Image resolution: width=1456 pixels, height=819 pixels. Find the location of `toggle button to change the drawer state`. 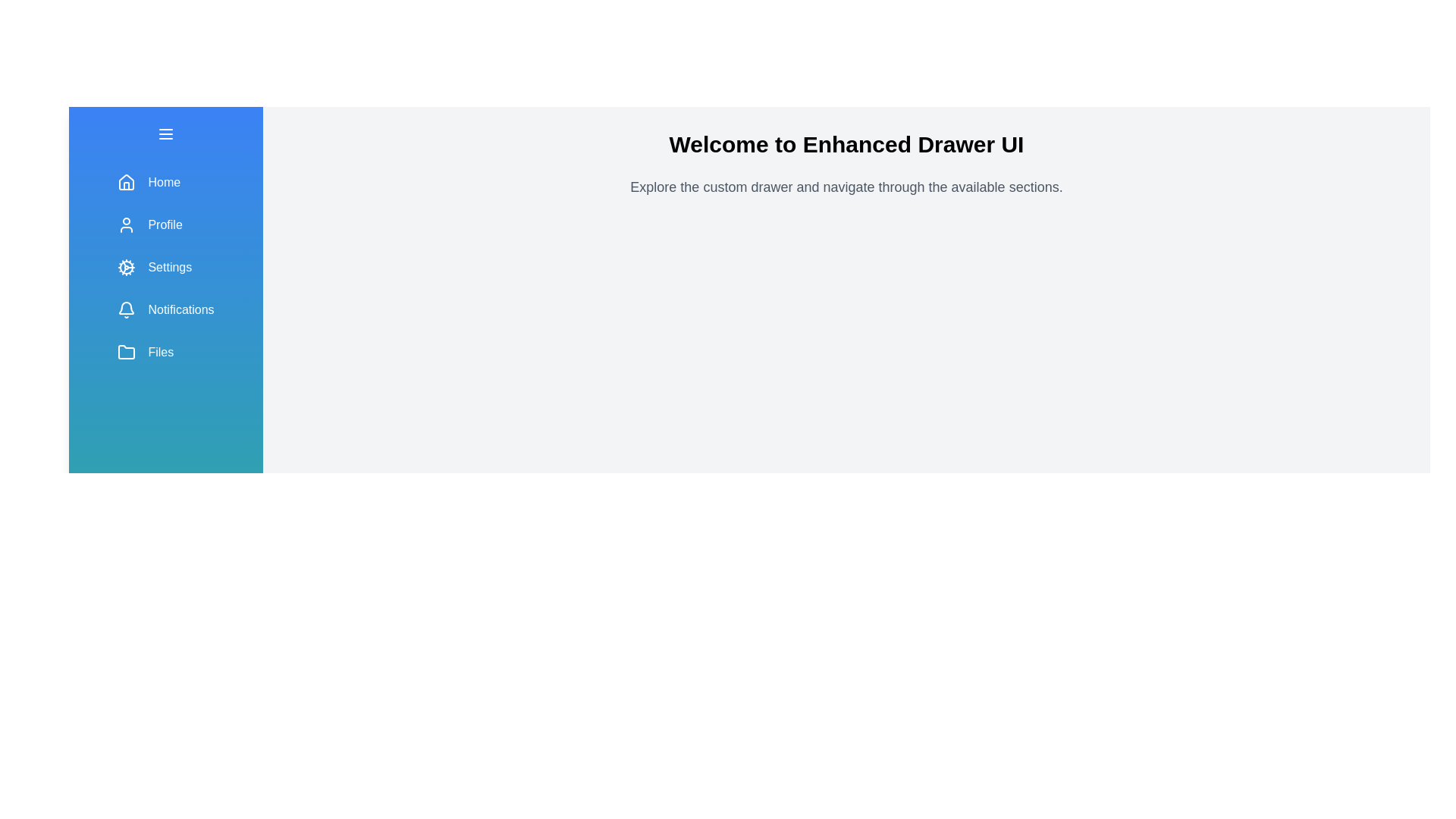

toggle button to change the drawer state is located at coordinates (166, 133).